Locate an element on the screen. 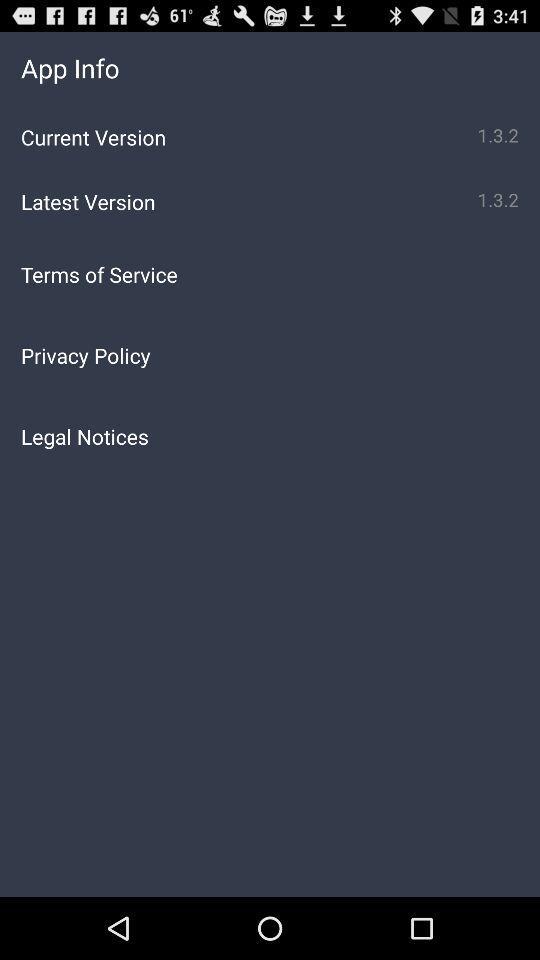 This screenshot has width=540, height=960. the icon above the legal notices is located at coordinates (270, 355).